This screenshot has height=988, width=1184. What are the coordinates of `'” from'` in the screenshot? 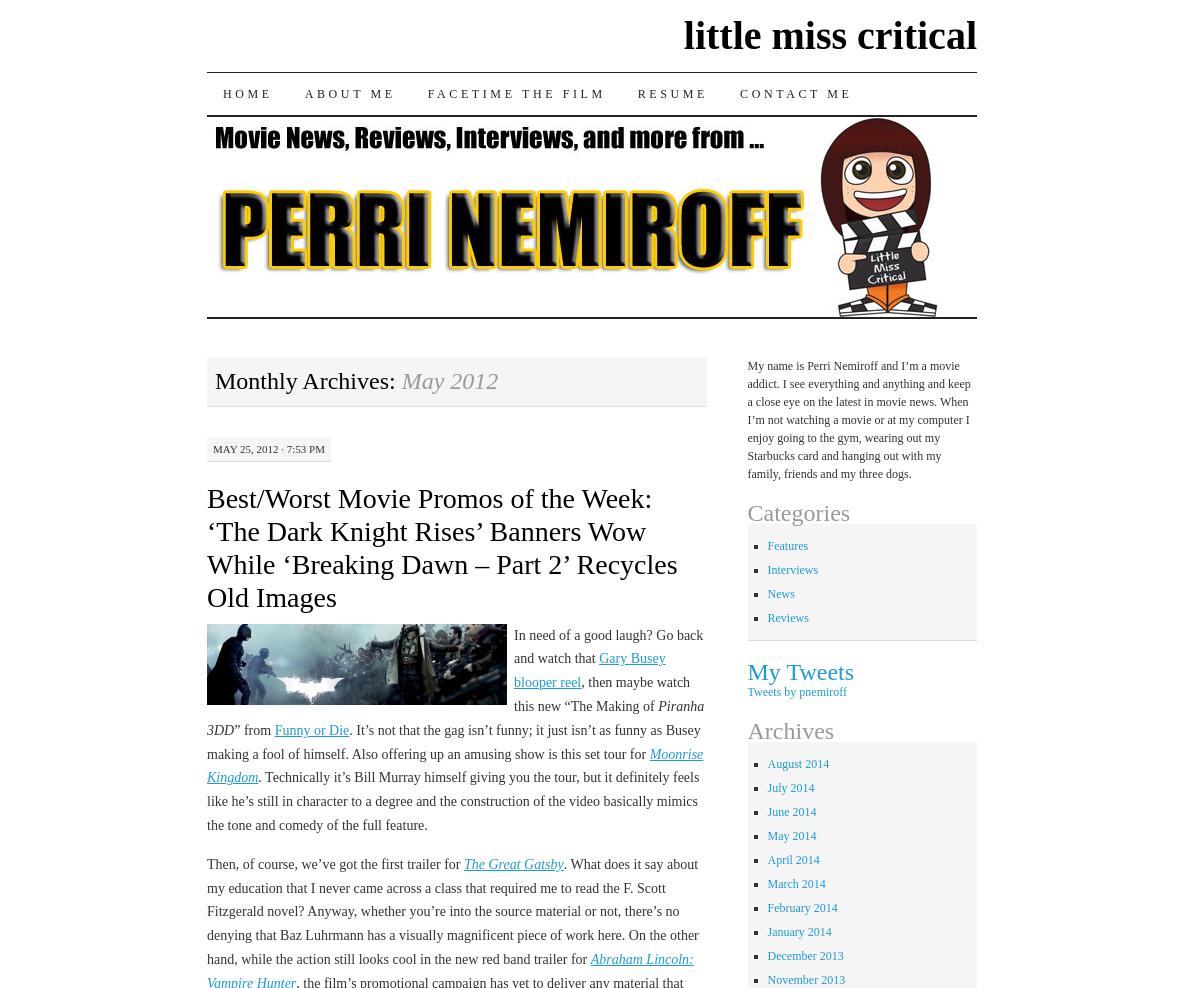 It's located at (253, 729).